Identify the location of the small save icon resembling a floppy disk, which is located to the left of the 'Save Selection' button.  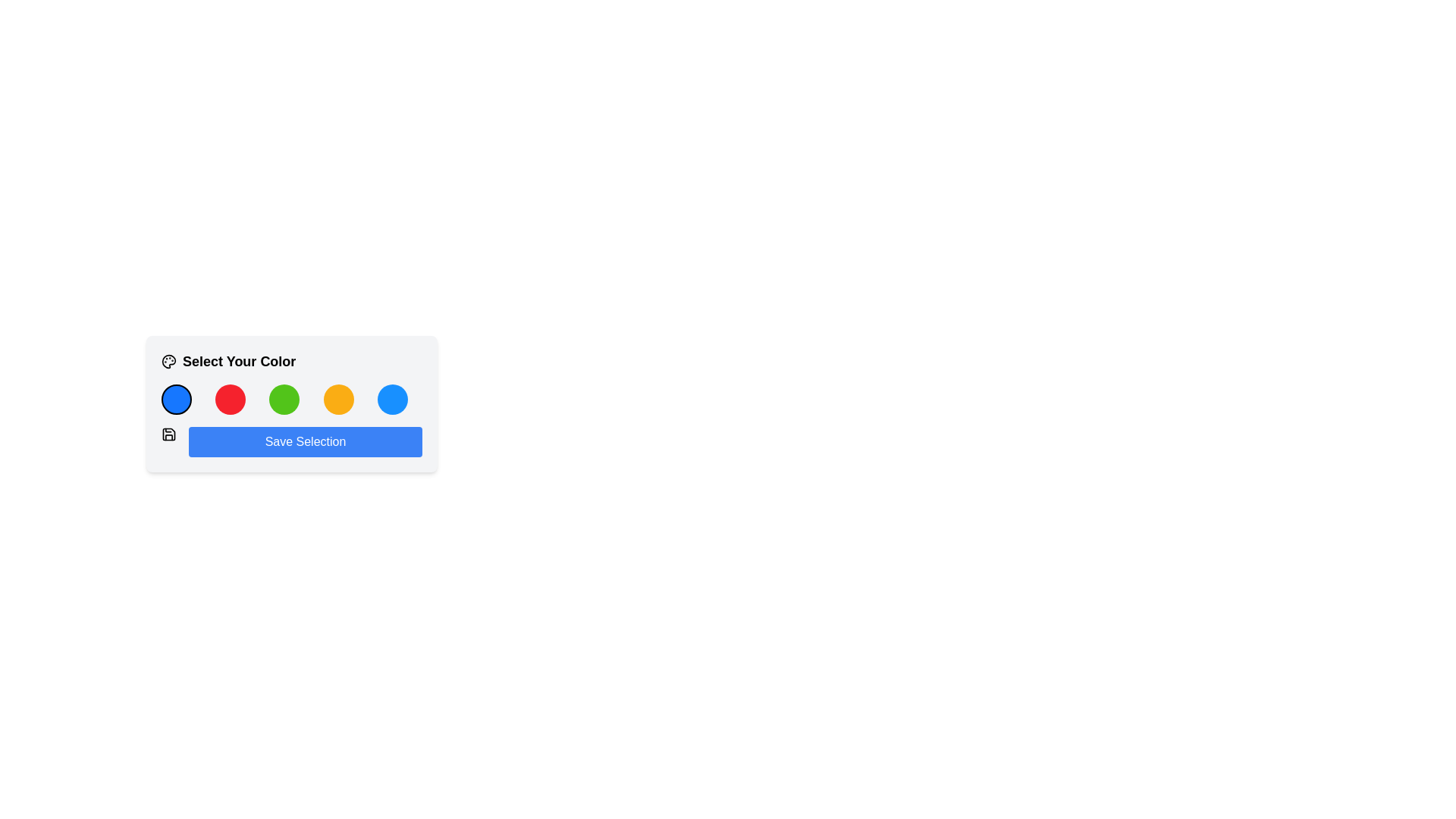
(168, 435).